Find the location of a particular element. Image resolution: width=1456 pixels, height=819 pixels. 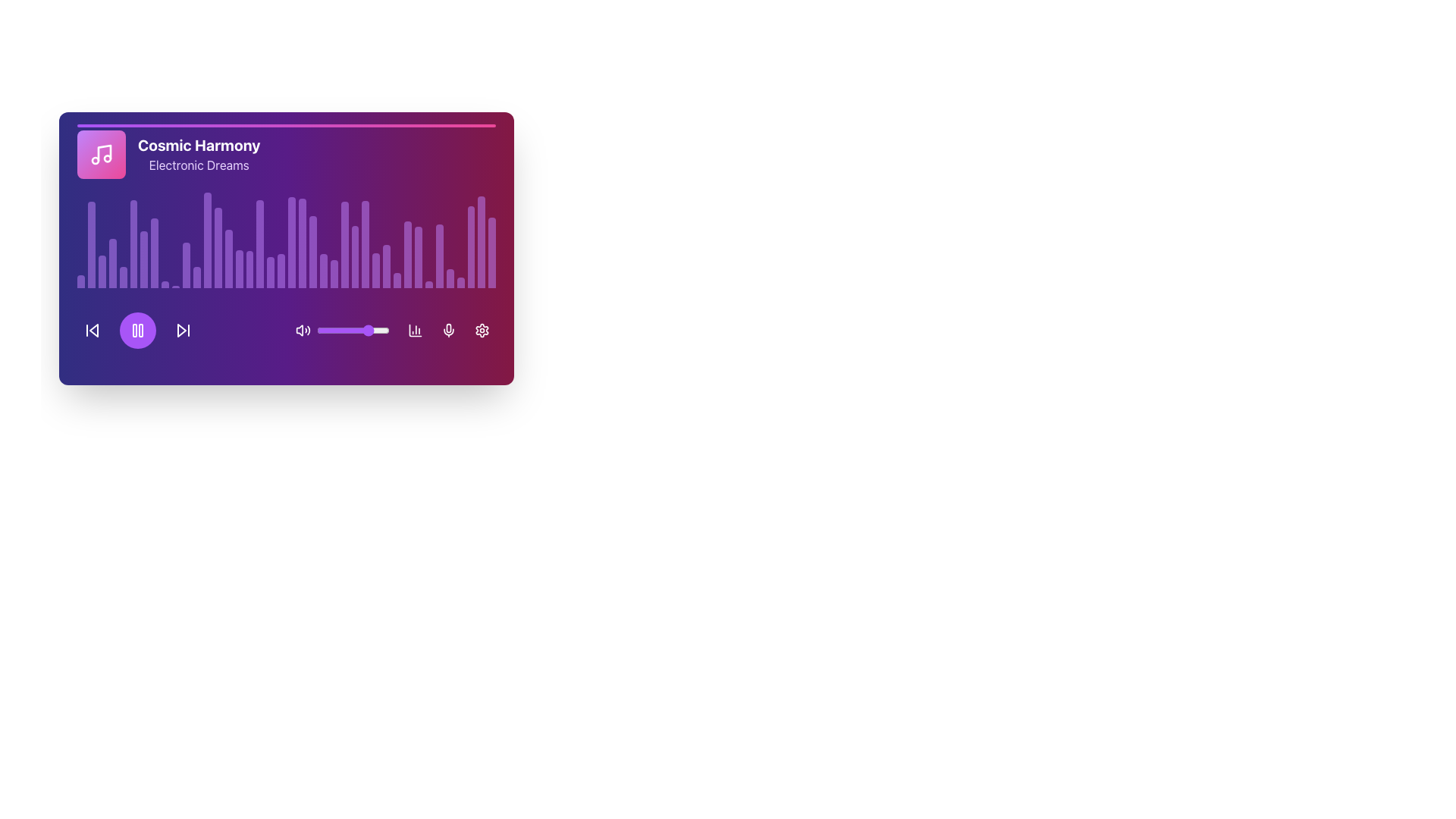

the value of the slider is located at coordinates (375, 329).